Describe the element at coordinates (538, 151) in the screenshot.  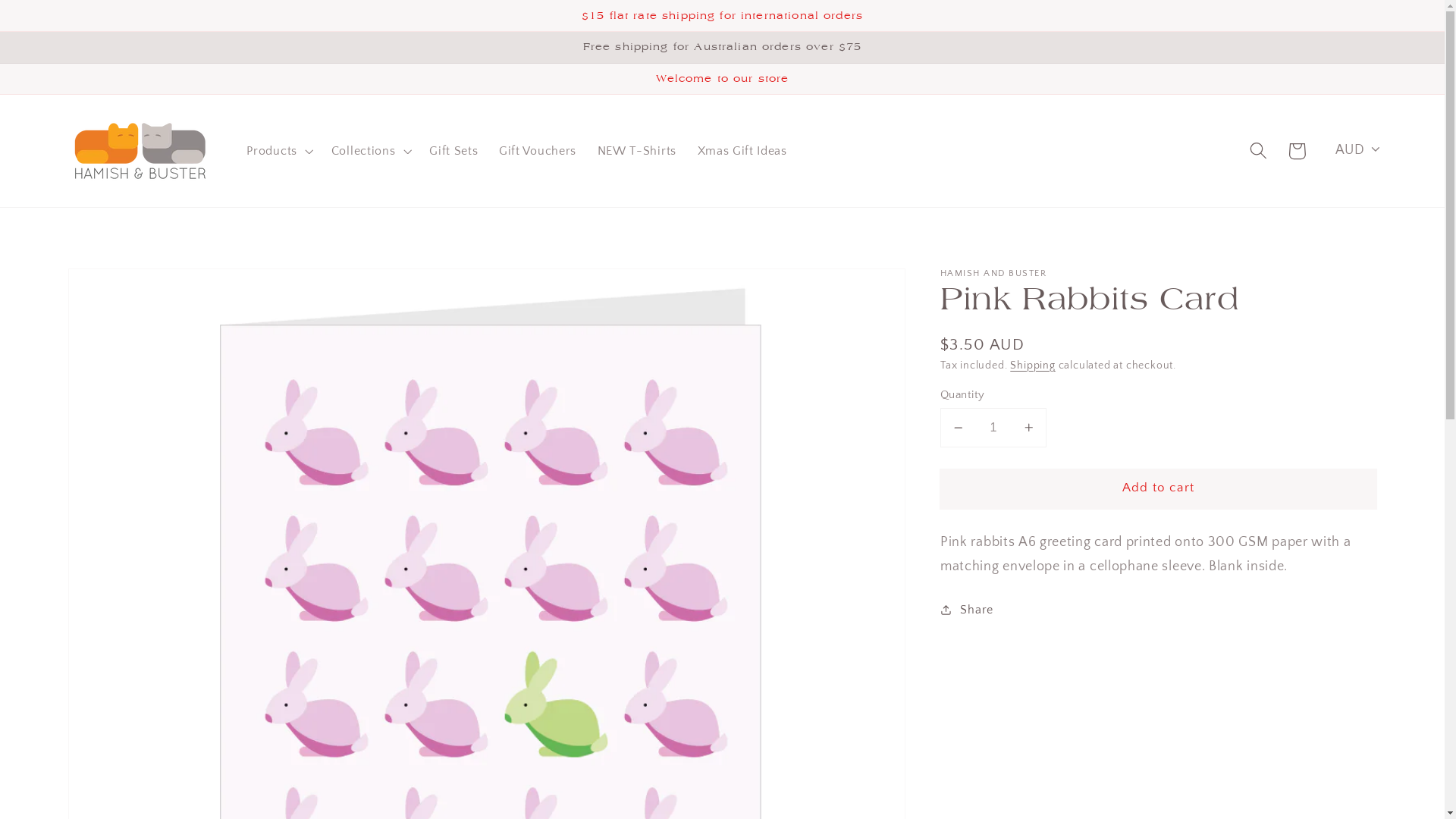
I see `'Gift Vouchers'` at that location.